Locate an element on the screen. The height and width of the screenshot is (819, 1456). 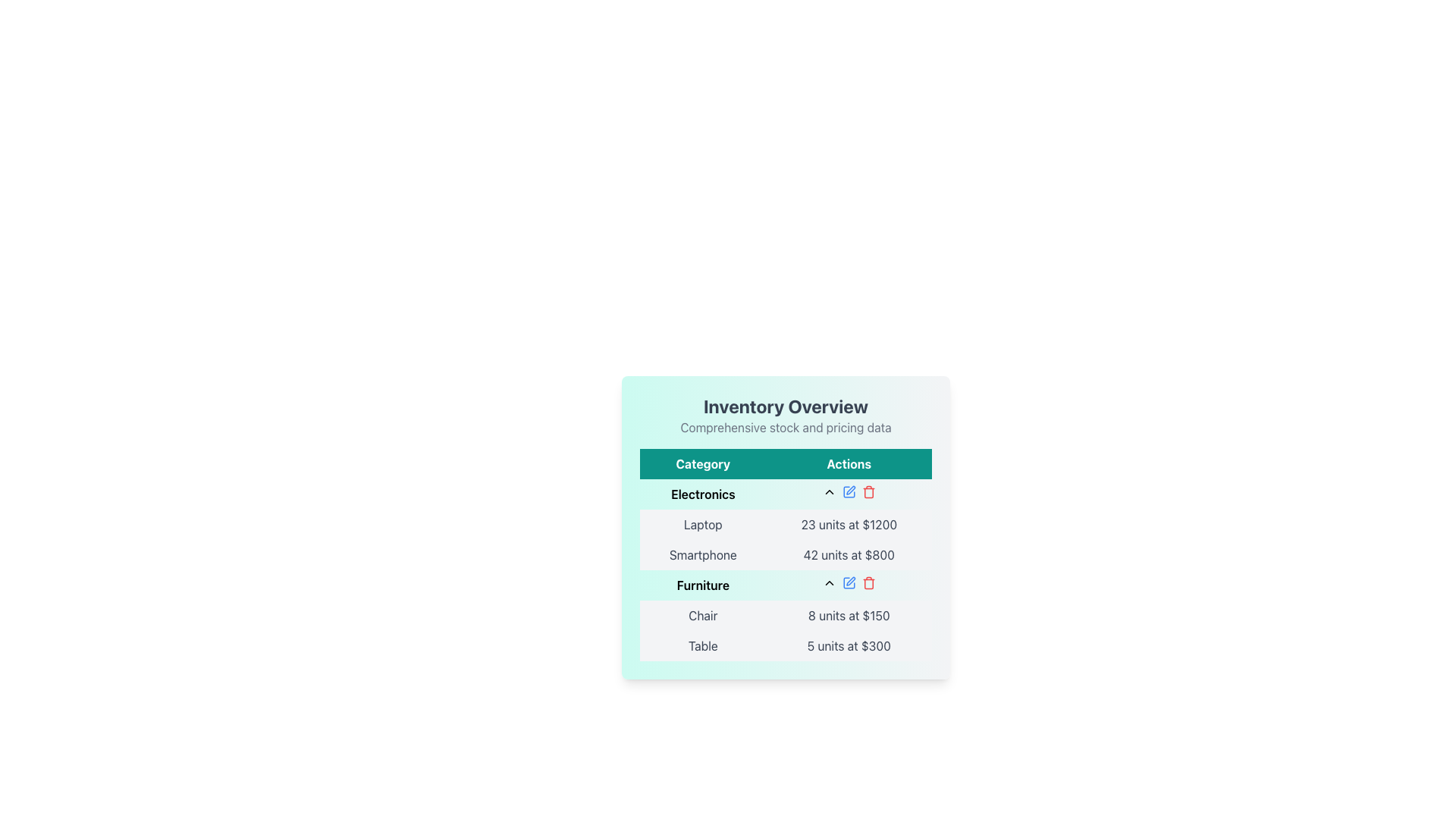
the edit icon button resembling a pen or pencil located in the 'Actions' column of the 'Electronics' section in the 'Inventory Overview' interface is located at coordinates (851, 490).